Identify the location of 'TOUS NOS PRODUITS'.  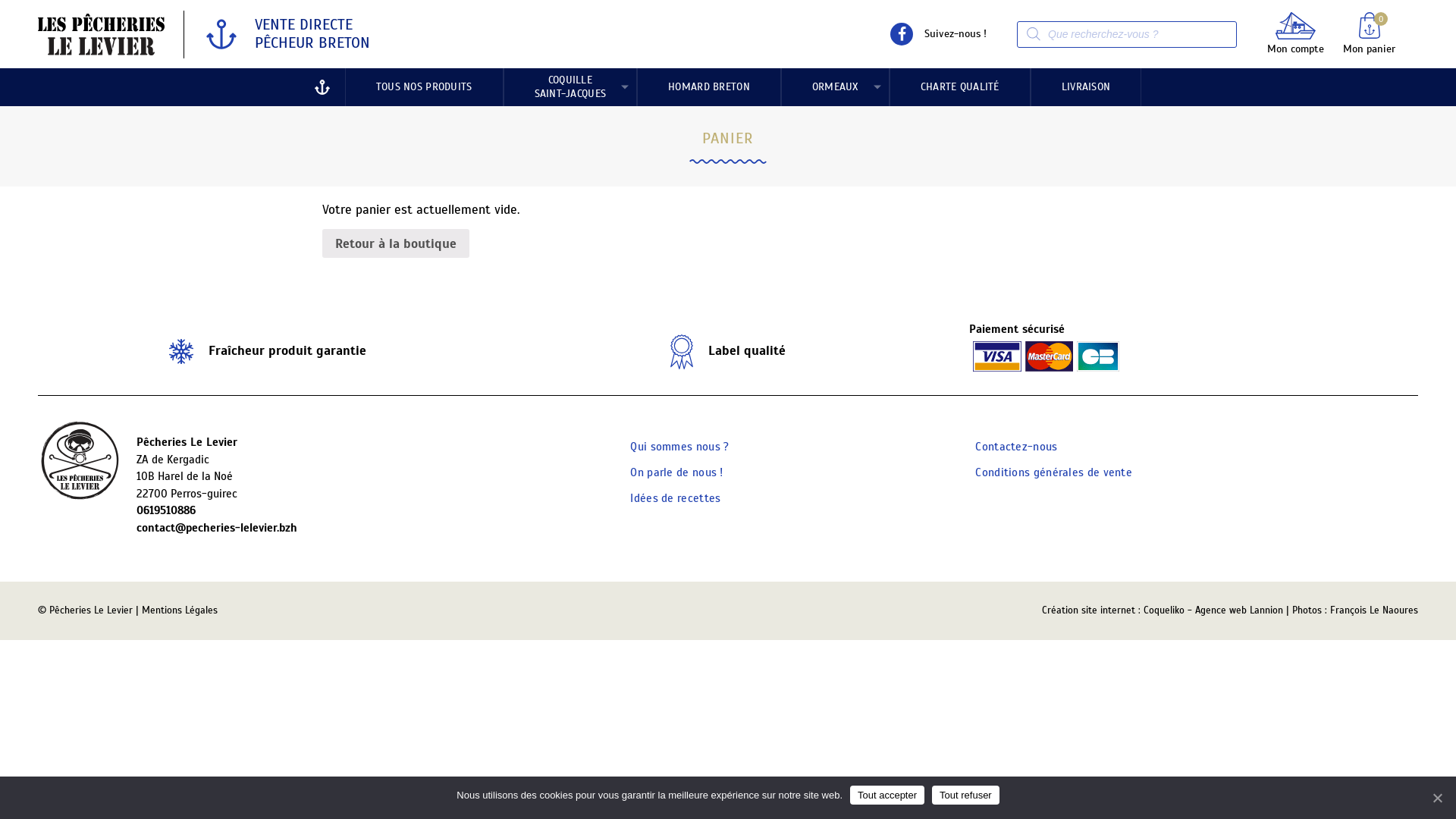
(345, 87).